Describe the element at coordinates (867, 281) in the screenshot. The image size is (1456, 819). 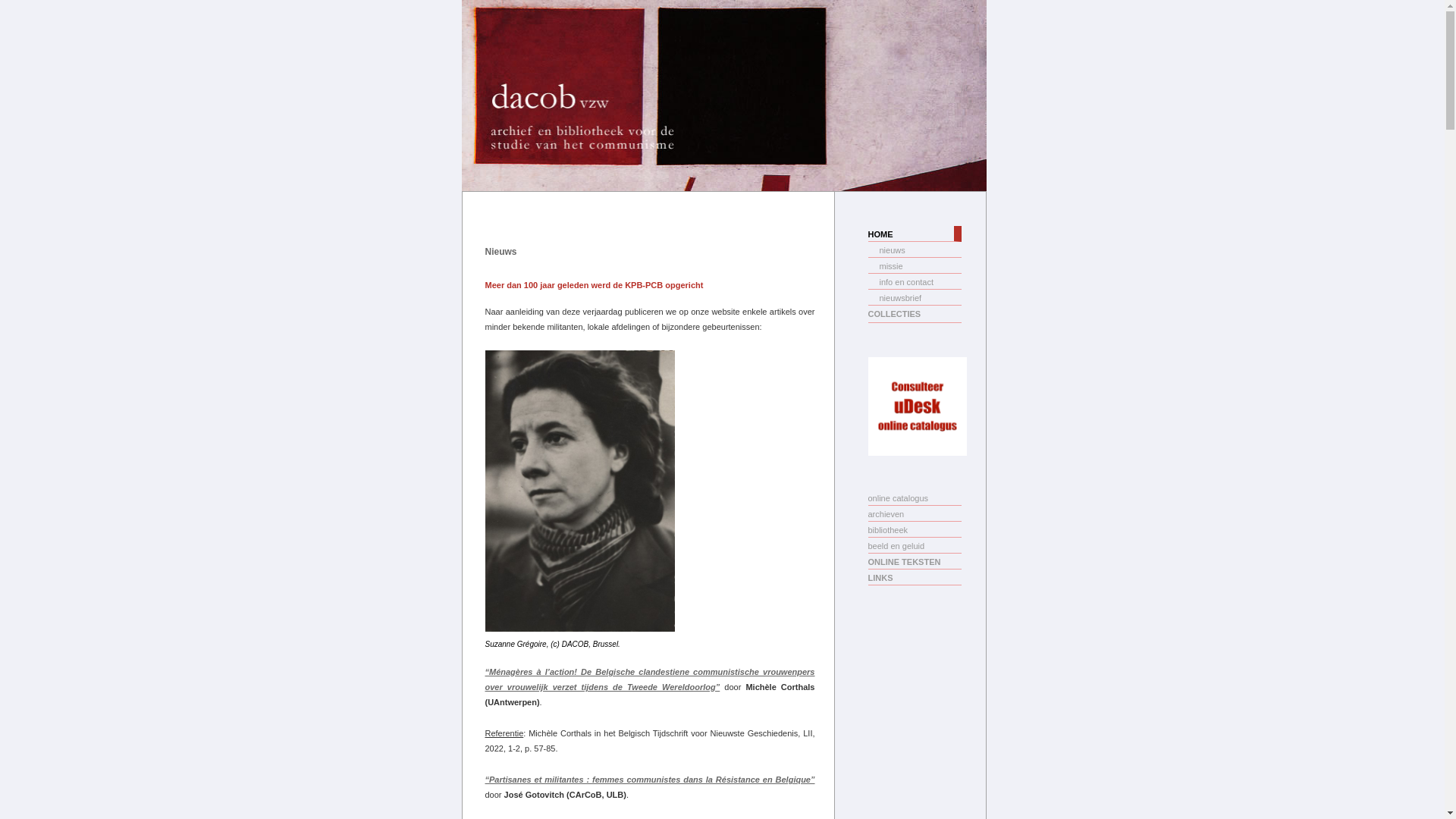
I see `'info en contact'` at that location.